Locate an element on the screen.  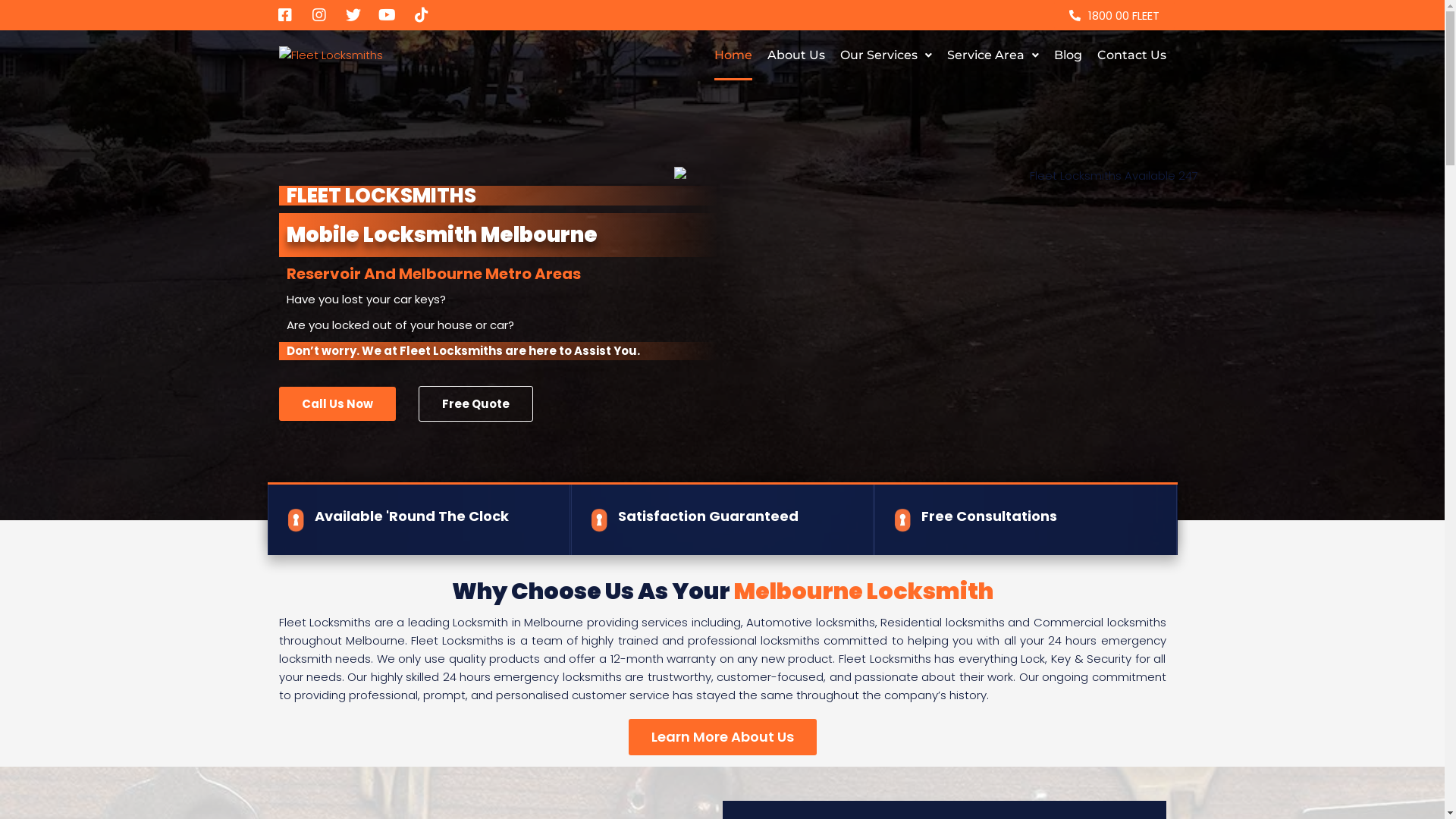
'Contact Us' is located at coordinates (1131, 55).